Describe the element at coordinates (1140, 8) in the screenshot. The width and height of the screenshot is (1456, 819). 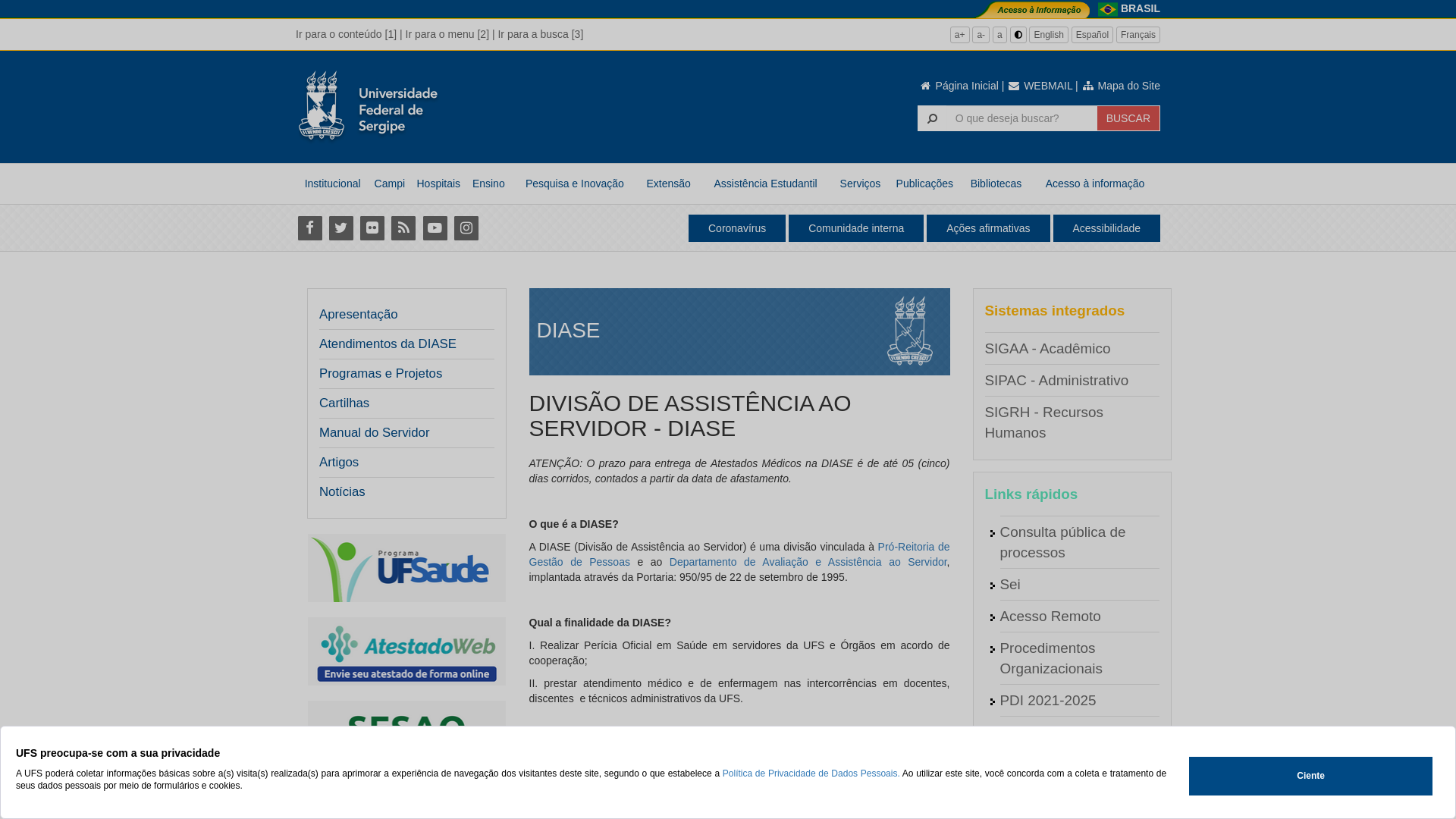
I see `'BRASIL'` at that location.